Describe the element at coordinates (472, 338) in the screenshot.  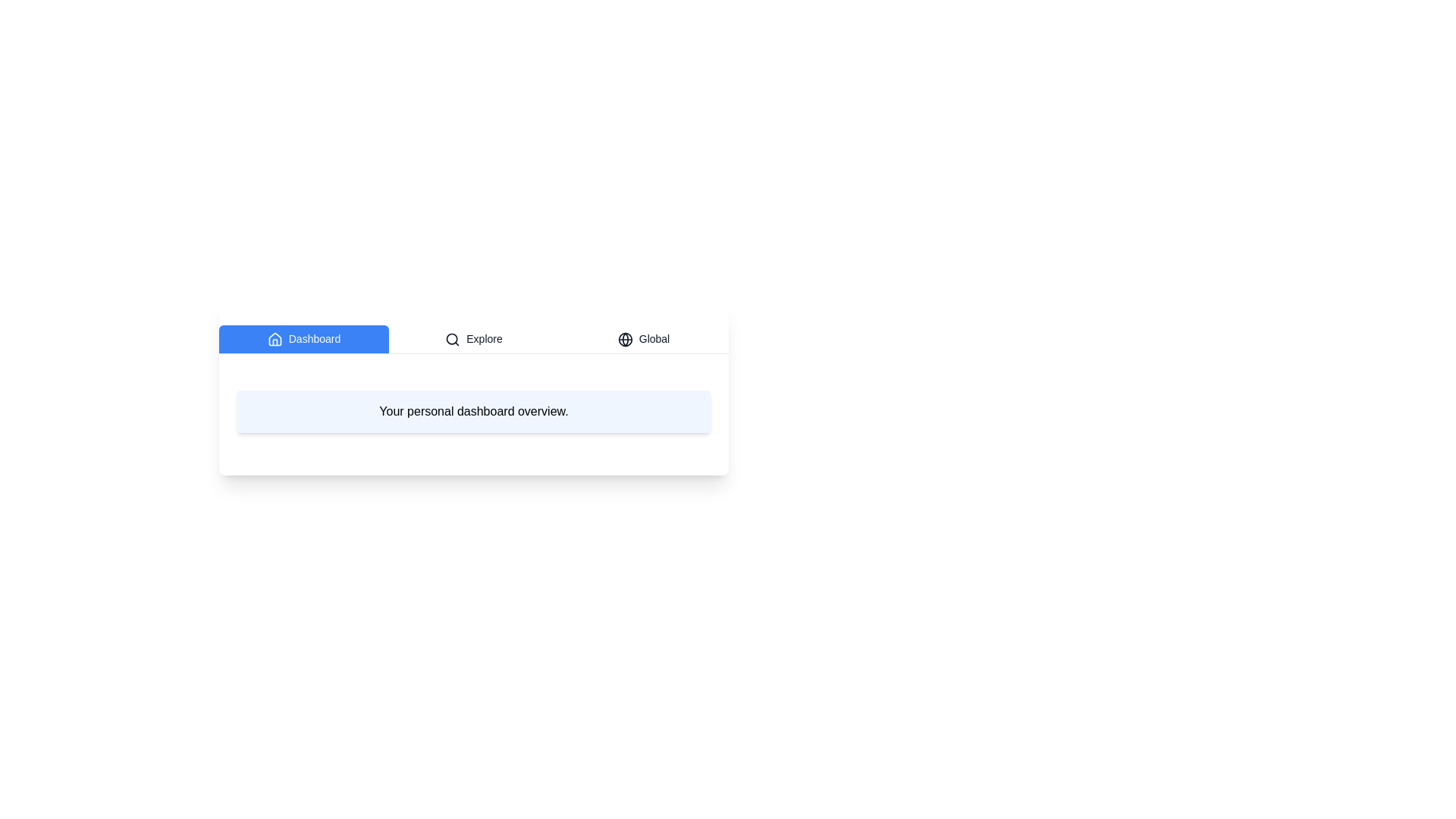
I see `the Explore tab to read its content` at that location.